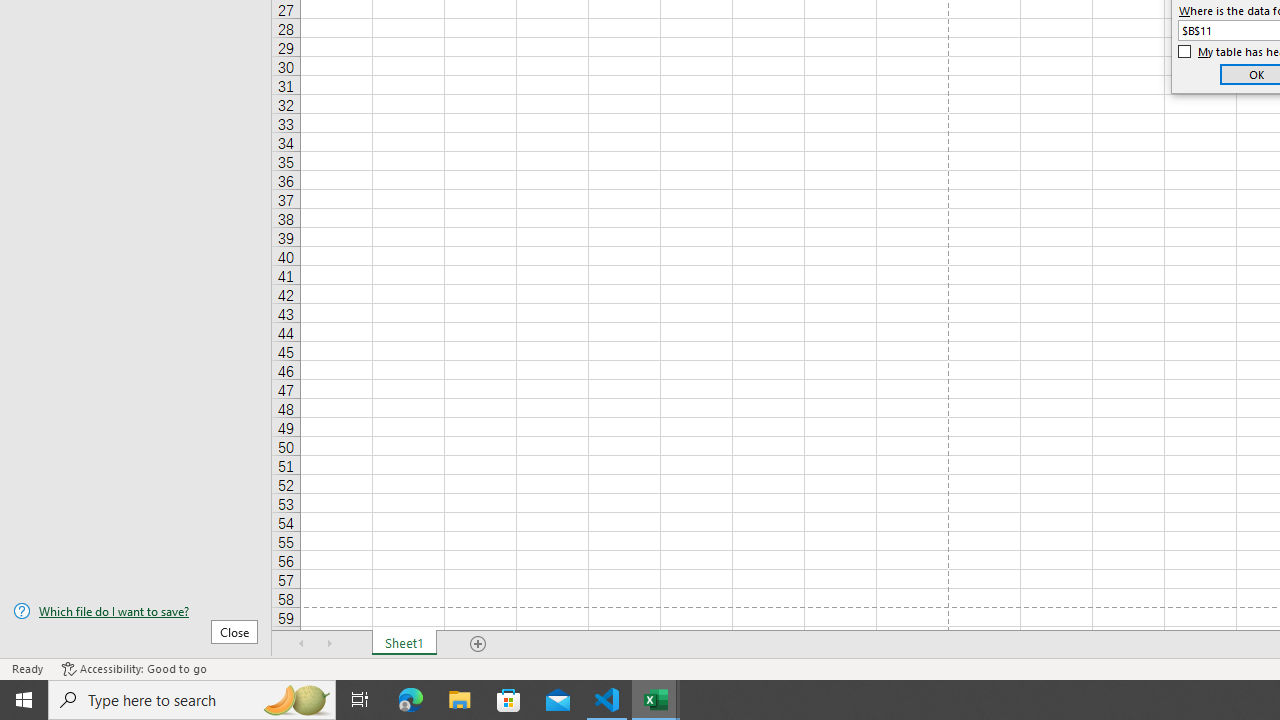 The width and height of the screenshot is (1280, 720). I want to click on 'Sheet1', so click(403, 644).